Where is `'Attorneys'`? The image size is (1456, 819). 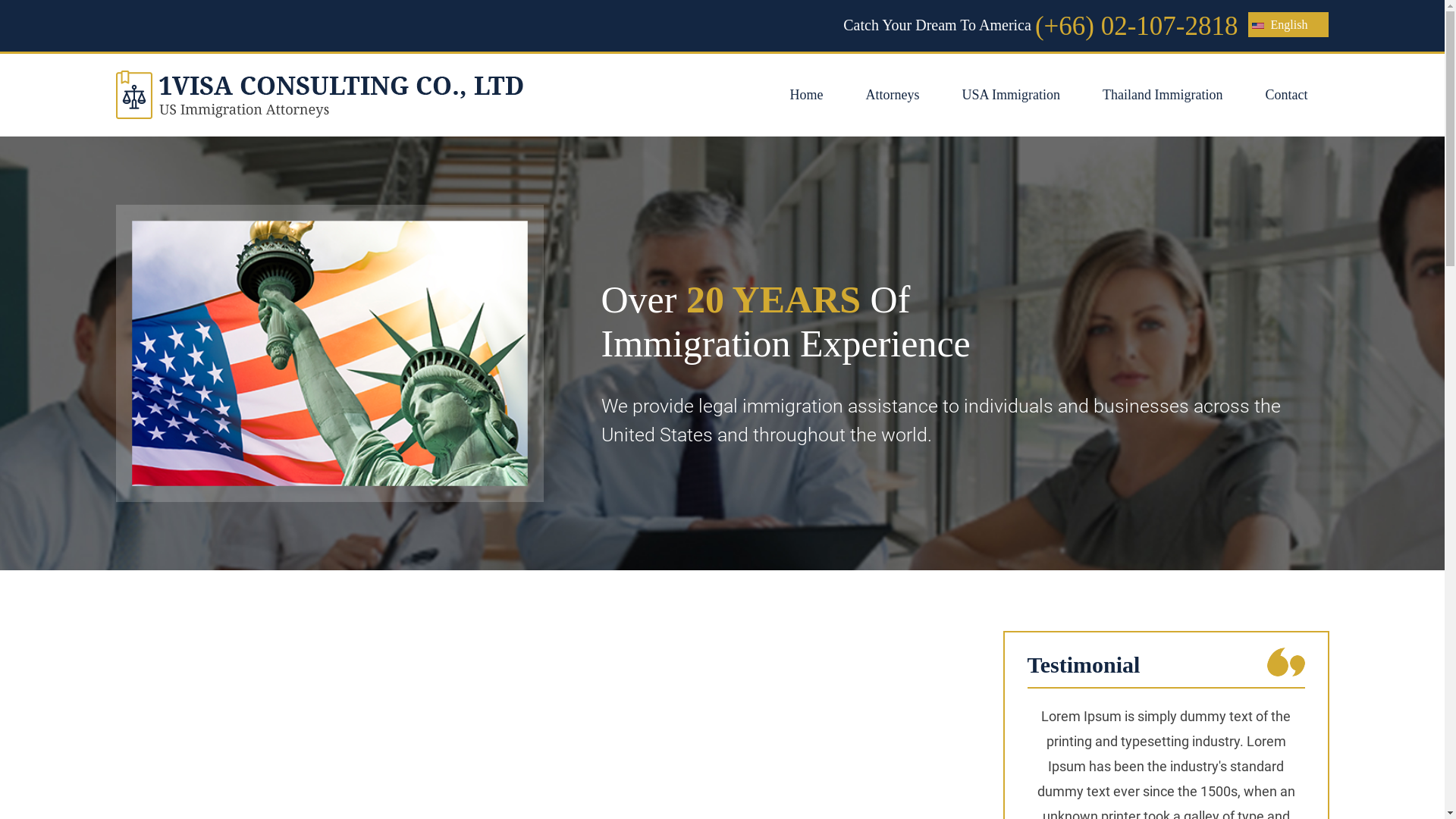
'Attorneys' is located at coordinates (893, 95).